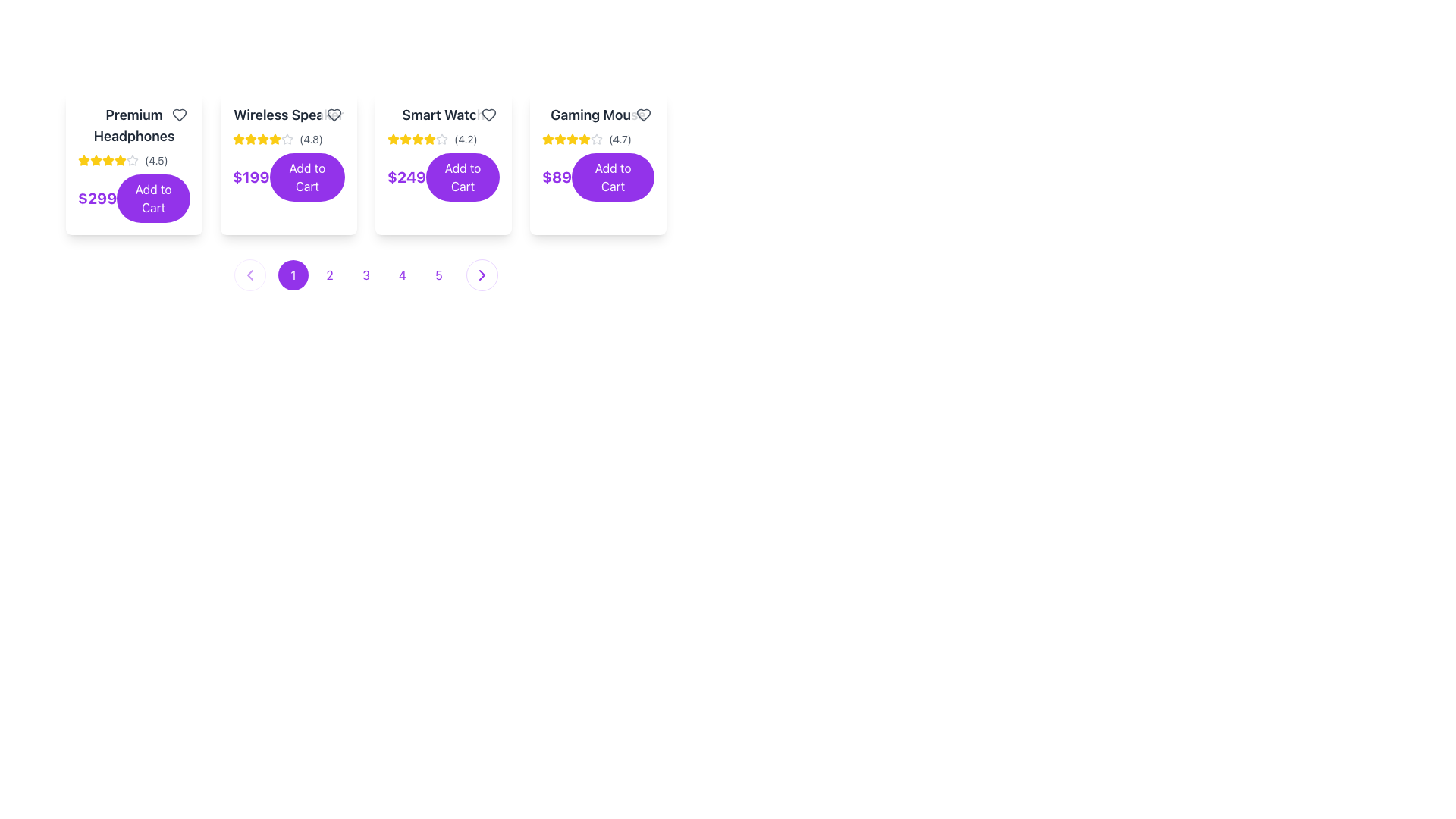 This screenshot has height=819, width=1456. I want to click on the Rating indicator of the 'Wireless Speaker' card, which visually represents a rating score of 4.8 out of 5, located at the center of the card layout, so click(288, 140).